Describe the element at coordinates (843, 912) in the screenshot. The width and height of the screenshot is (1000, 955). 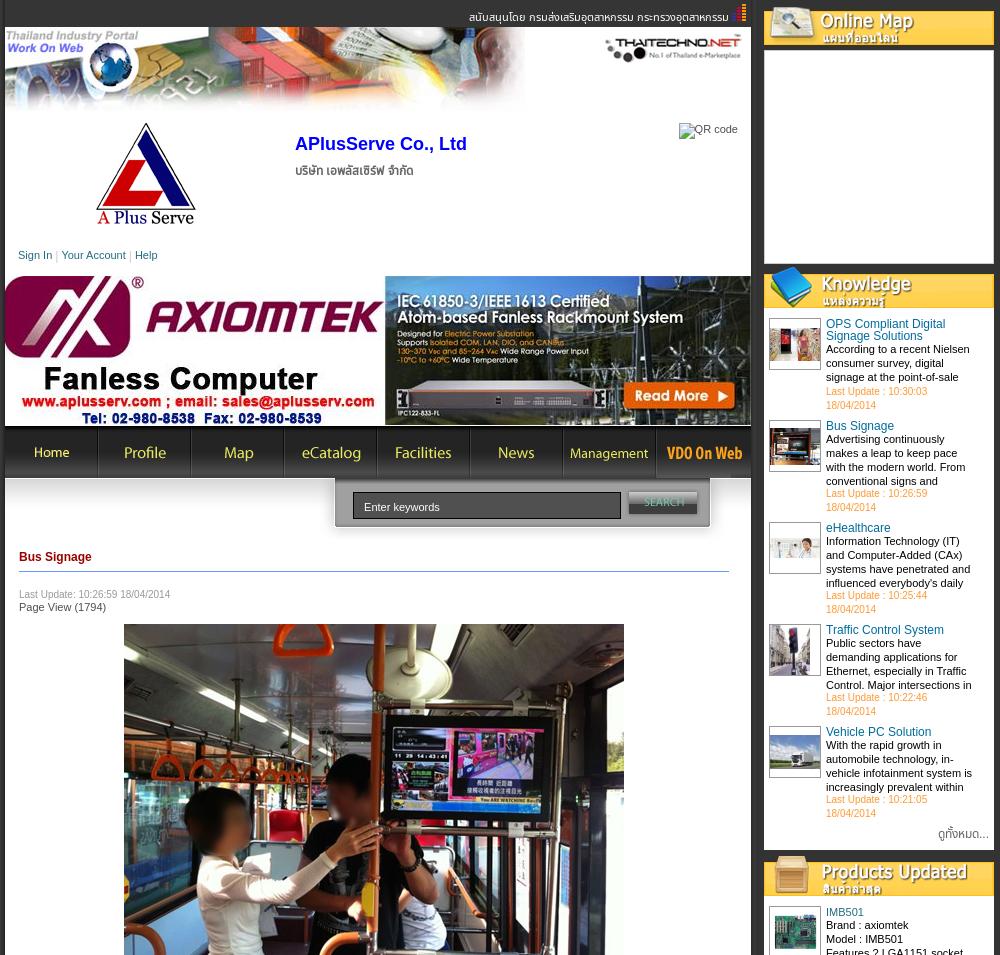
I see `'IMB501'` at that location.